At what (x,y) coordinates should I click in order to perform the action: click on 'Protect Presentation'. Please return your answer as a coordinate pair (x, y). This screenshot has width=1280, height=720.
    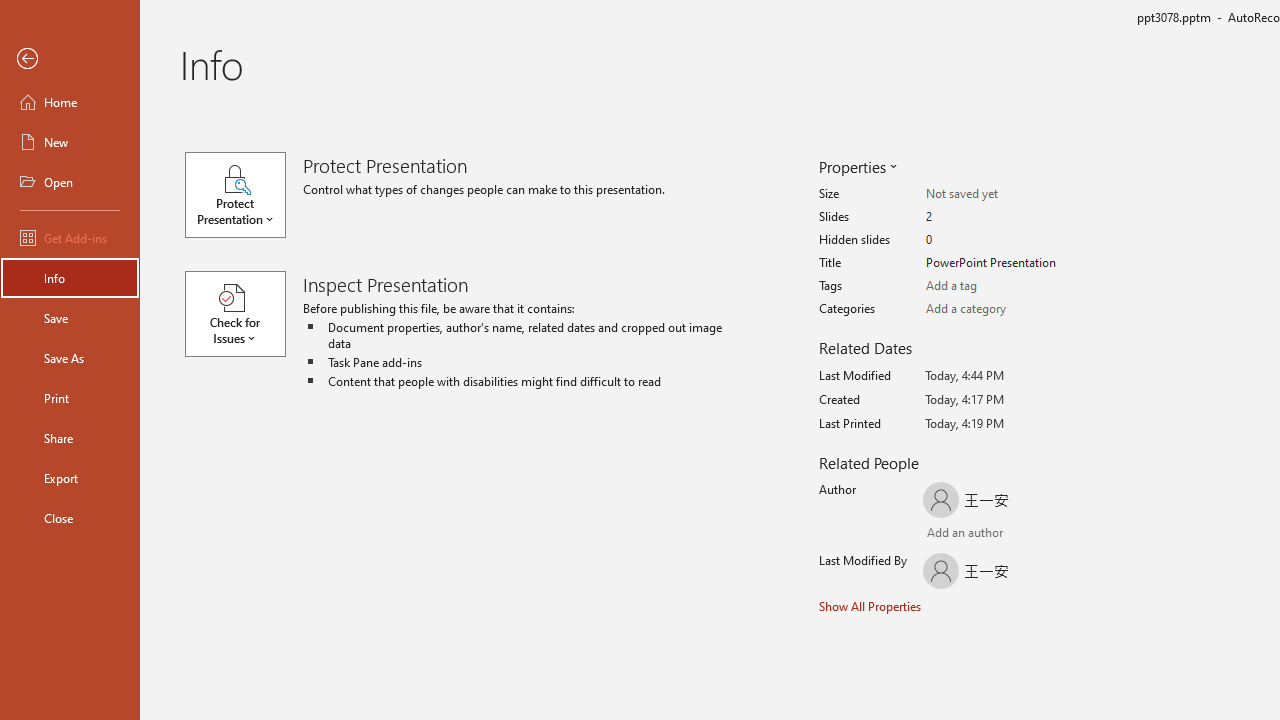
    Looking at the image, I should click on (243, 195).